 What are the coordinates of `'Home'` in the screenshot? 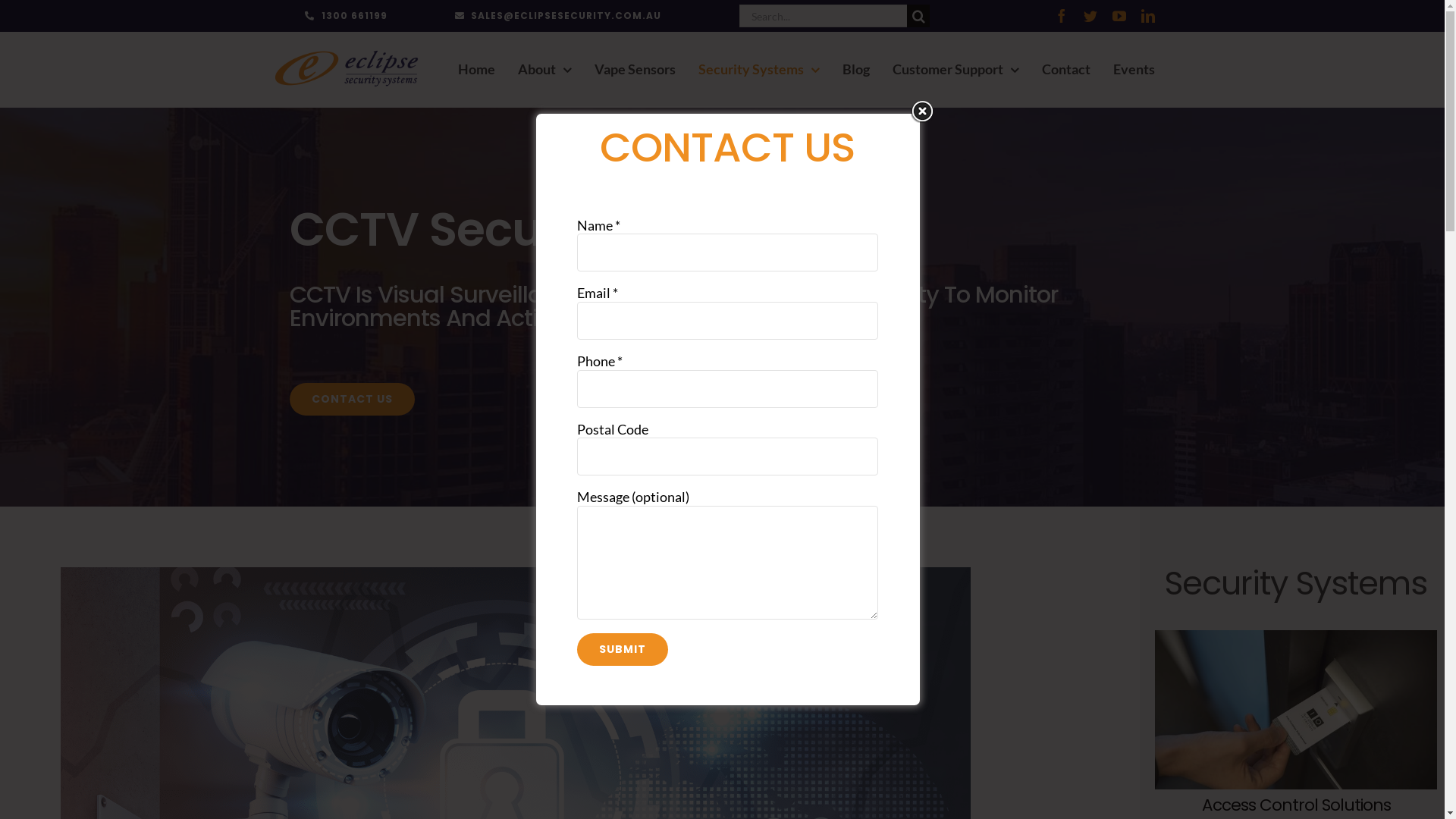 It's located at (475, 70).